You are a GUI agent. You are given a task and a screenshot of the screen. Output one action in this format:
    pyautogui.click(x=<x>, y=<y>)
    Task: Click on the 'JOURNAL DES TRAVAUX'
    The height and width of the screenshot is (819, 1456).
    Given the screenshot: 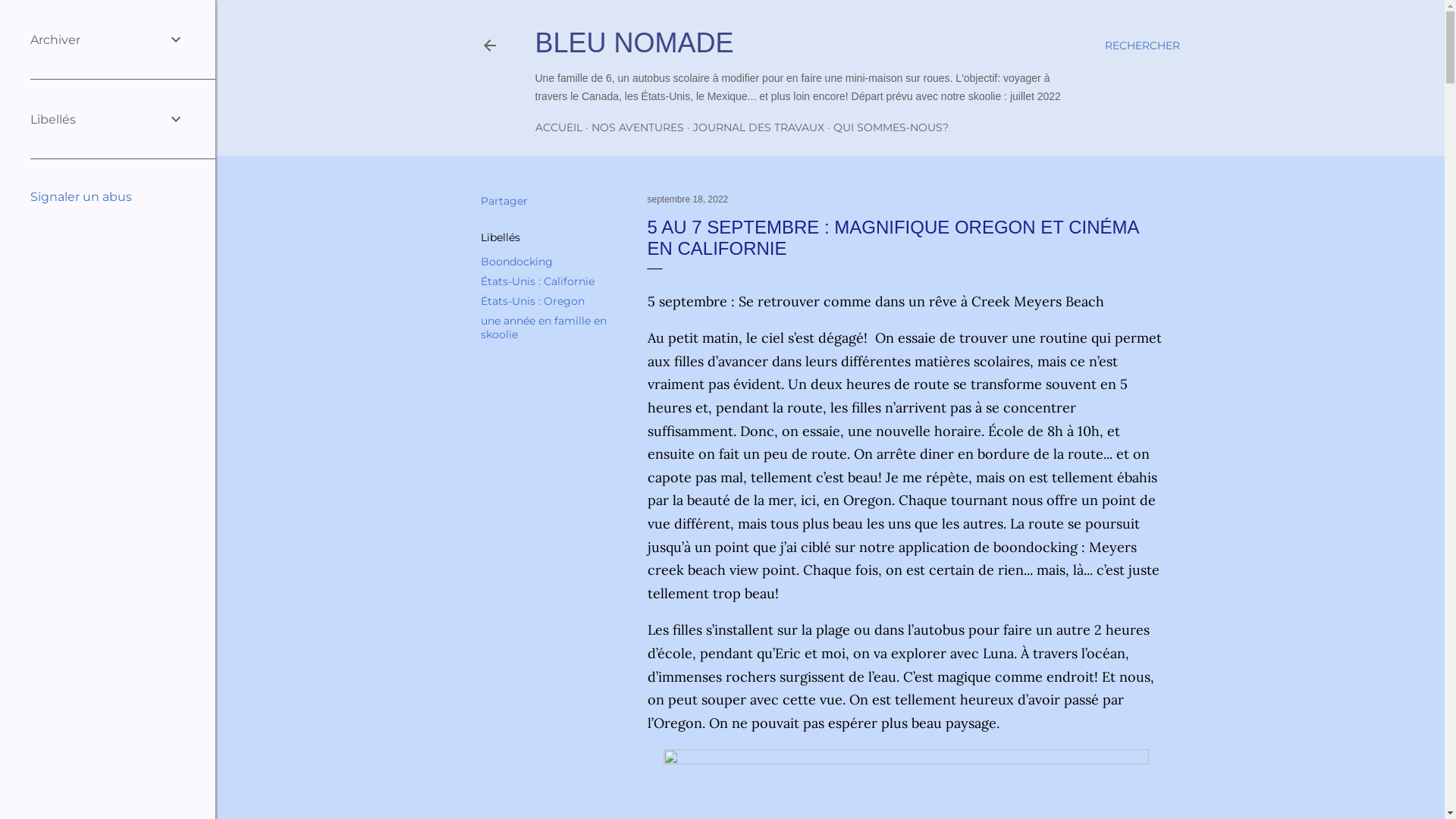 What is the action you would take?
    pyautogui.click(x=692, y=127)
    